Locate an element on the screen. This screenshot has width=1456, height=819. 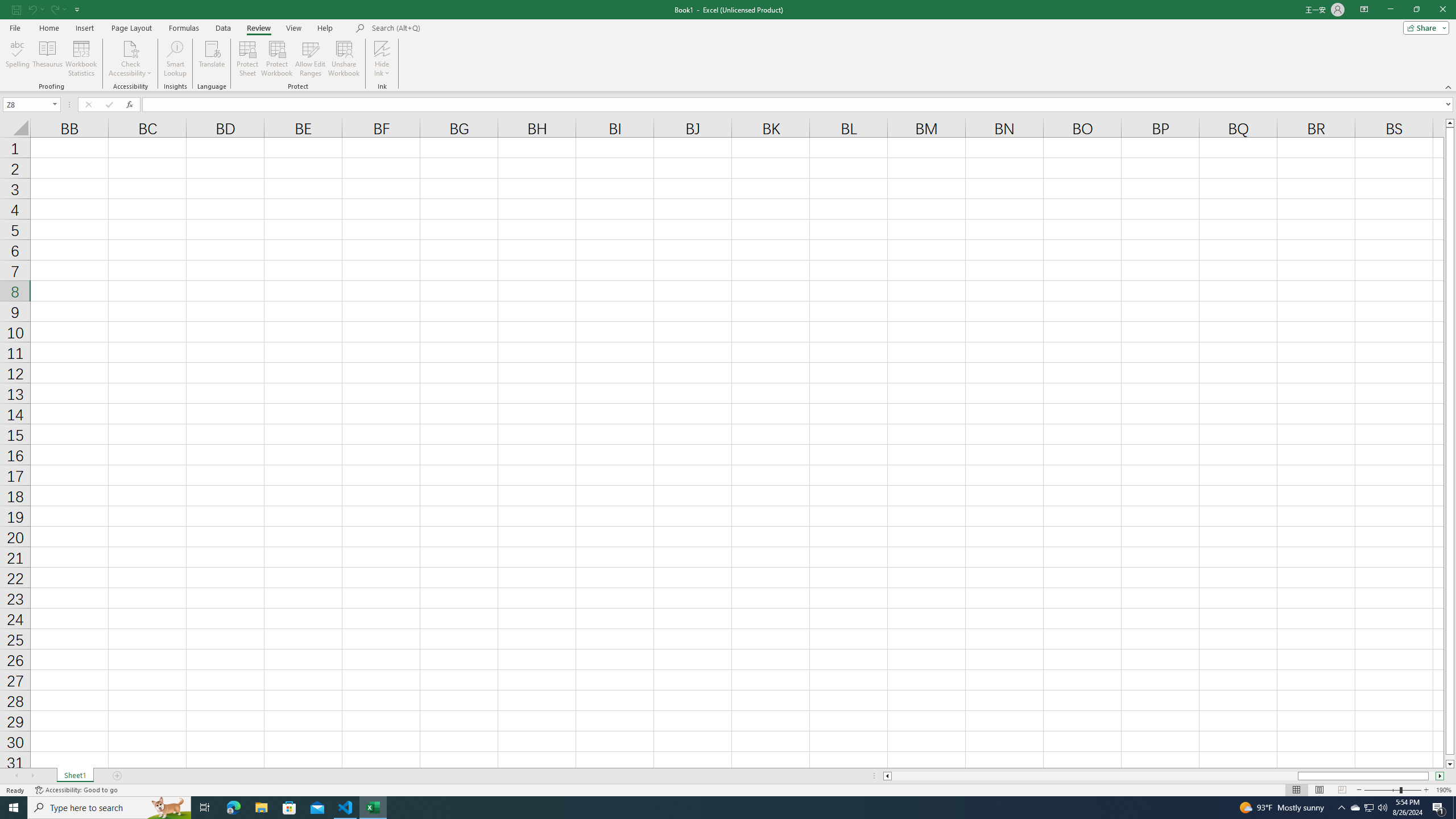
'Protect Workbook...' is located at coordinates (276, 59).